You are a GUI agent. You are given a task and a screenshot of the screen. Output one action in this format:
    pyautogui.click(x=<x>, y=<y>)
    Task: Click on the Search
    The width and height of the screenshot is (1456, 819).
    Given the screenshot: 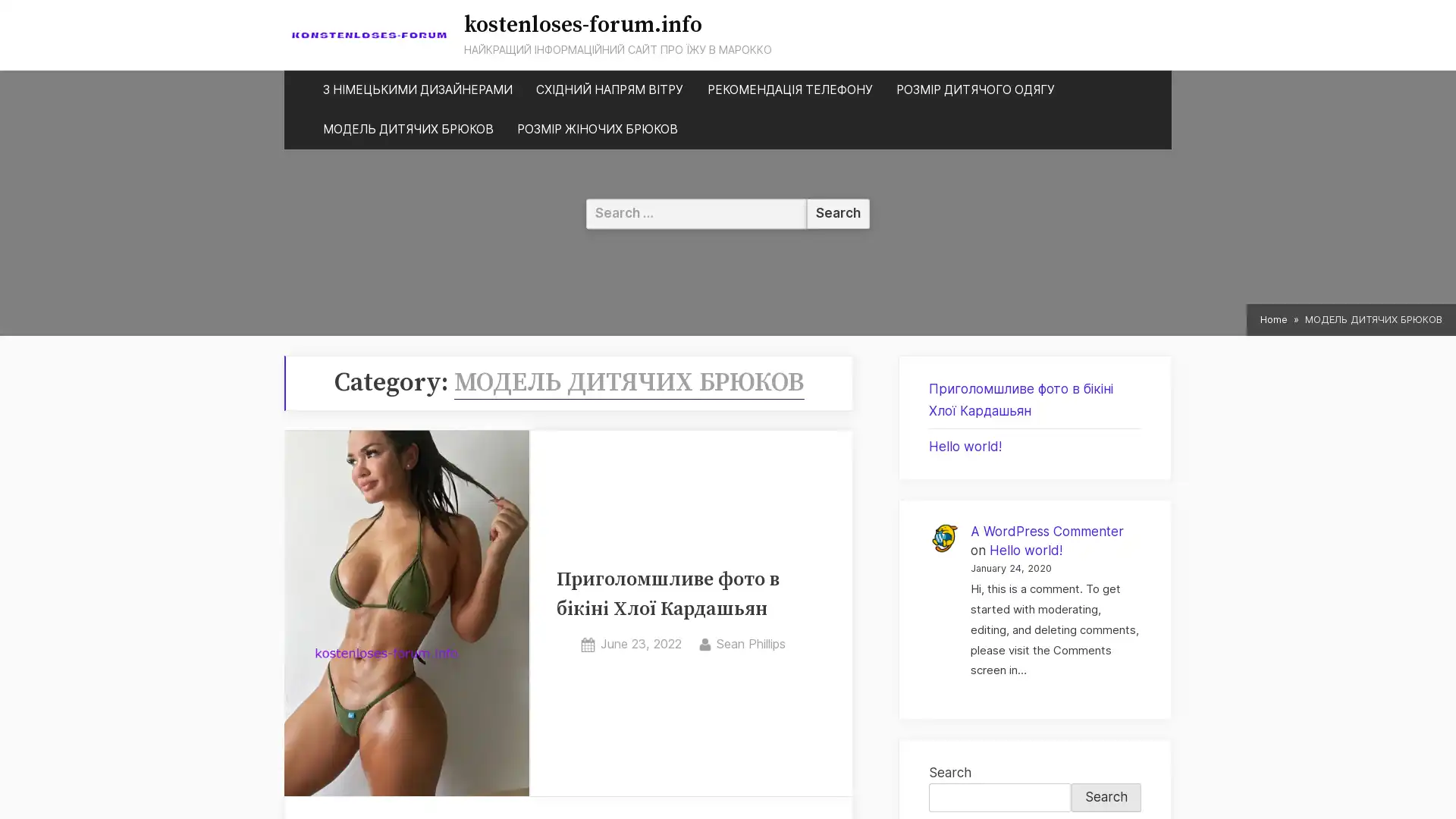 What is the action you would take?
    pyautogui.click(x=1106, y=796)
    